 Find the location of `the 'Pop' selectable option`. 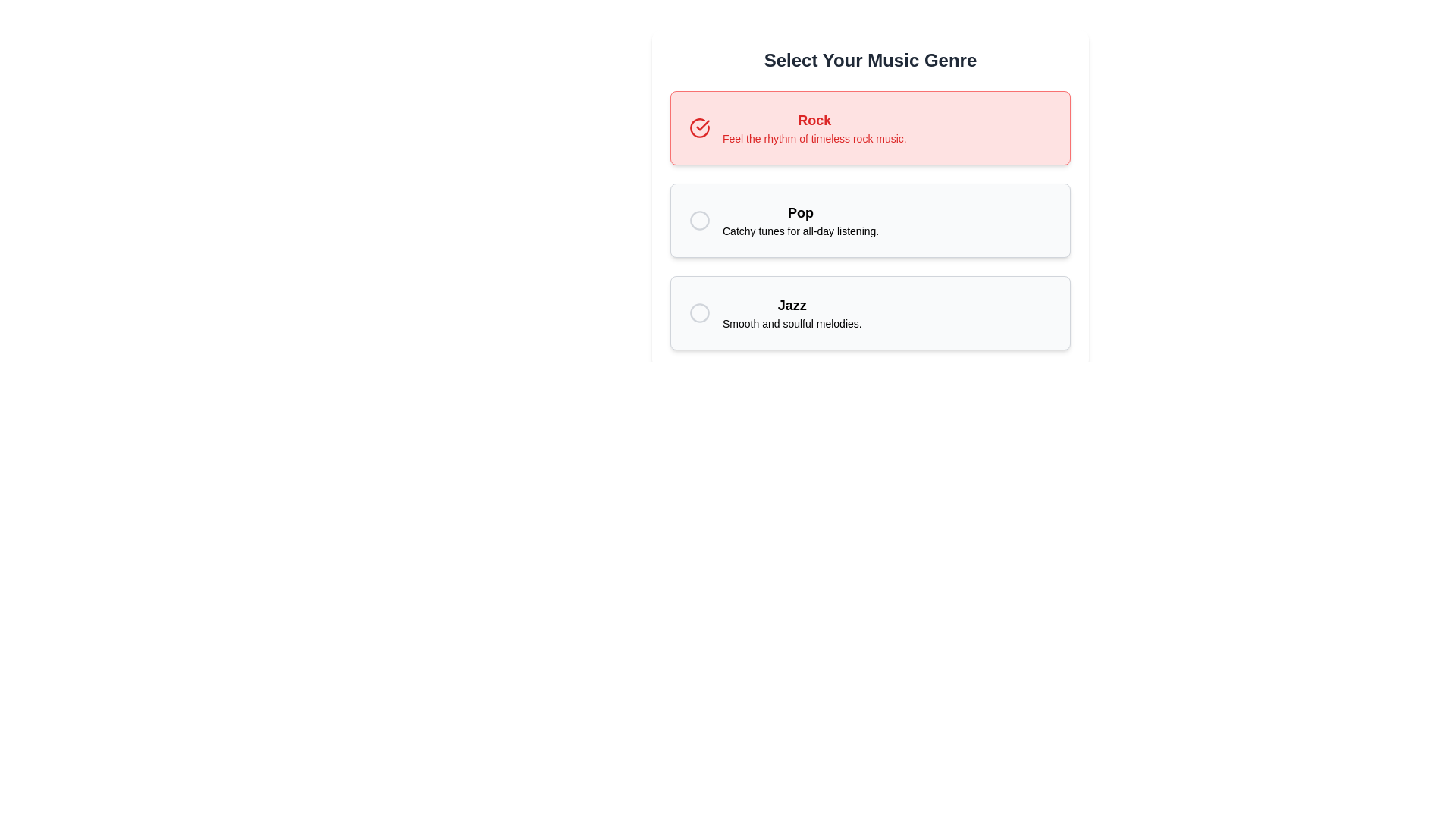

the 'Pop' selectable option is located at coordinates (870, 198).